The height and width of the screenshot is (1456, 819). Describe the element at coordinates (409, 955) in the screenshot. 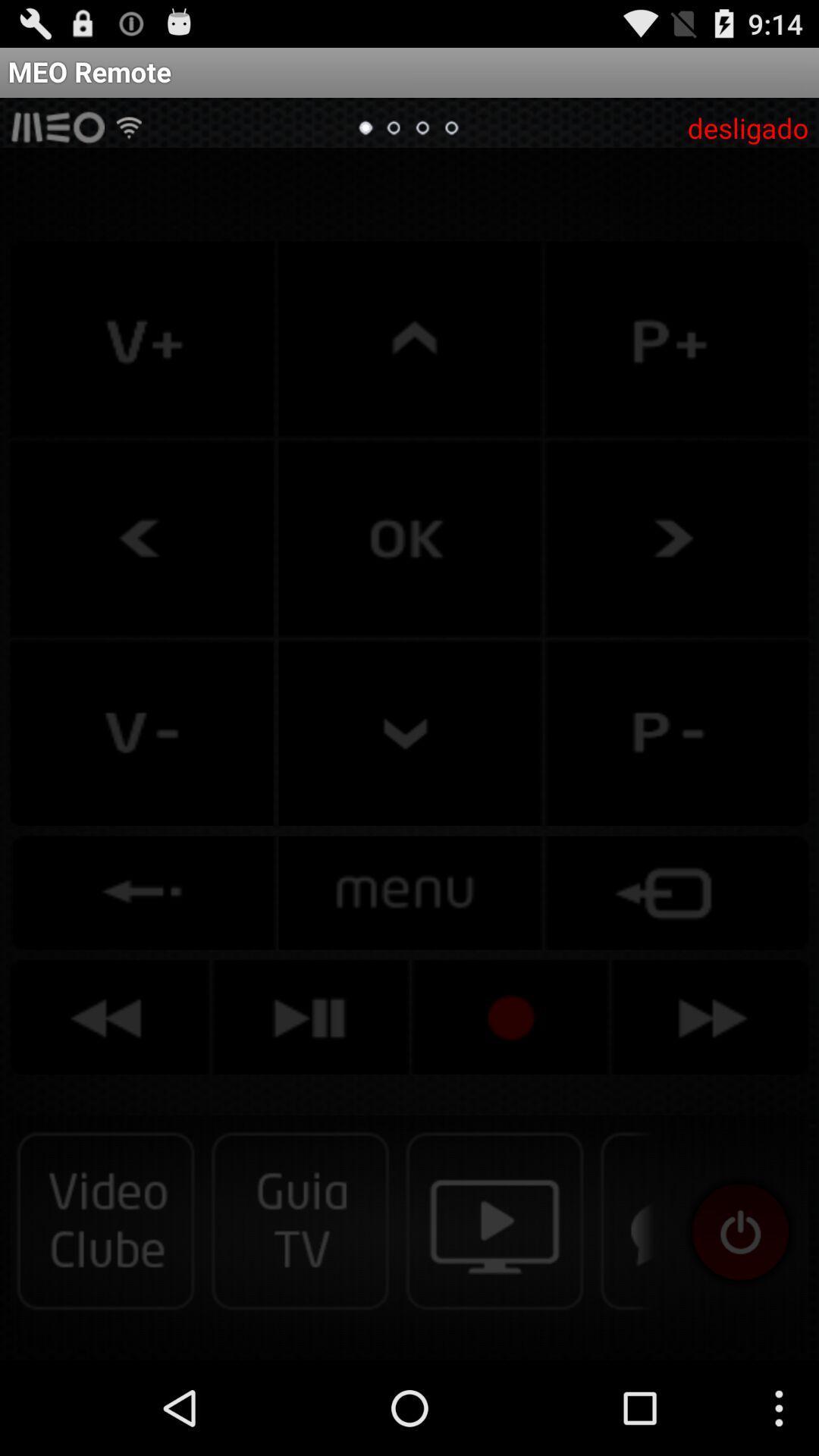

I see `the sliders icon` at that location.